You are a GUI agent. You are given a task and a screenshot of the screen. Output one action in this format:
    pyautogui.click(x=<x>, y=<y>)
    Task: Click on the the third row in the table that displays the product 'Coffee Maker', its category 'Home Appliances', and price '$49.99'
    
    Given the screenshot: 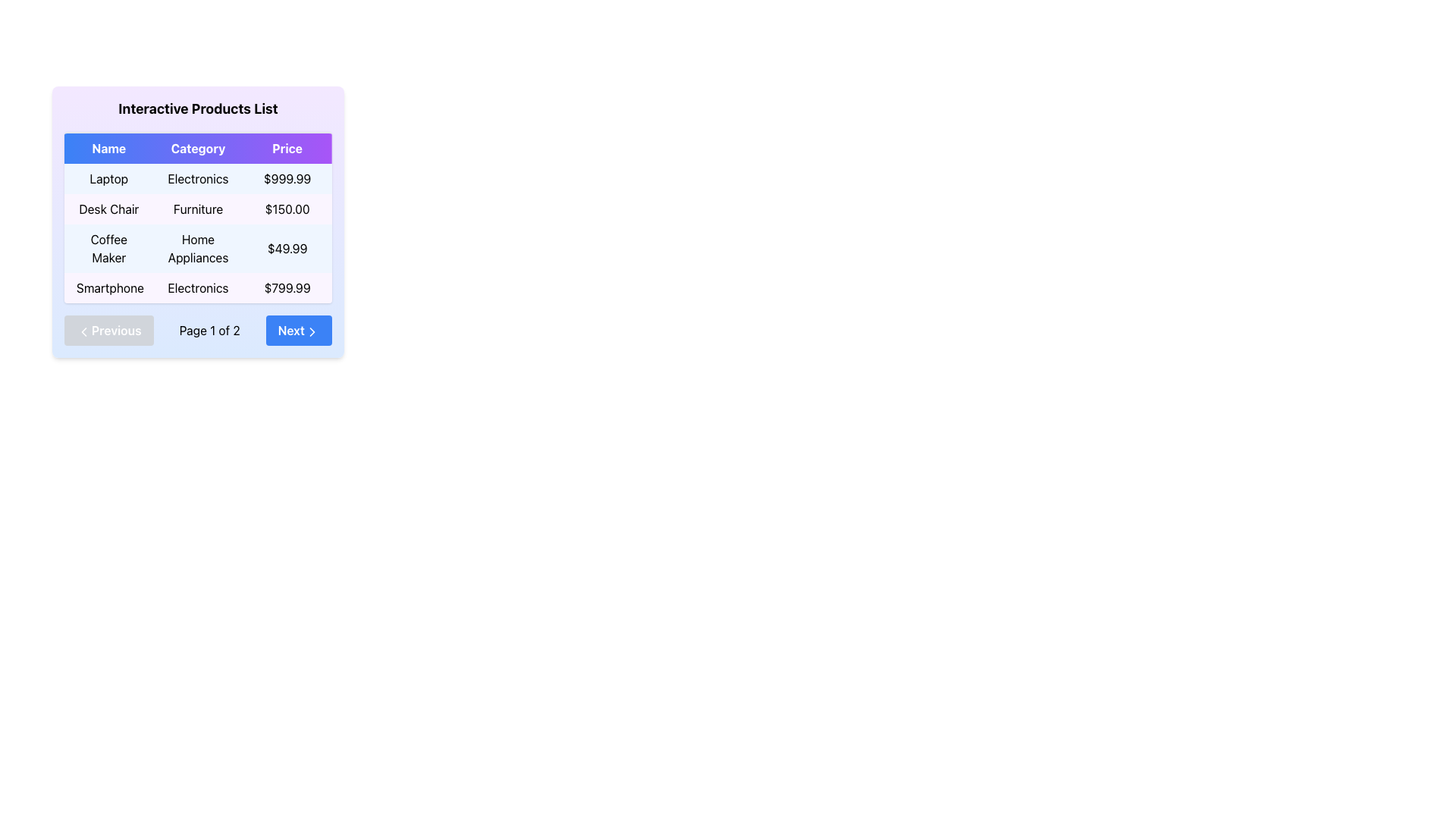 What is the action you would take?
    pyautogui.click(x=197, y=247)
    